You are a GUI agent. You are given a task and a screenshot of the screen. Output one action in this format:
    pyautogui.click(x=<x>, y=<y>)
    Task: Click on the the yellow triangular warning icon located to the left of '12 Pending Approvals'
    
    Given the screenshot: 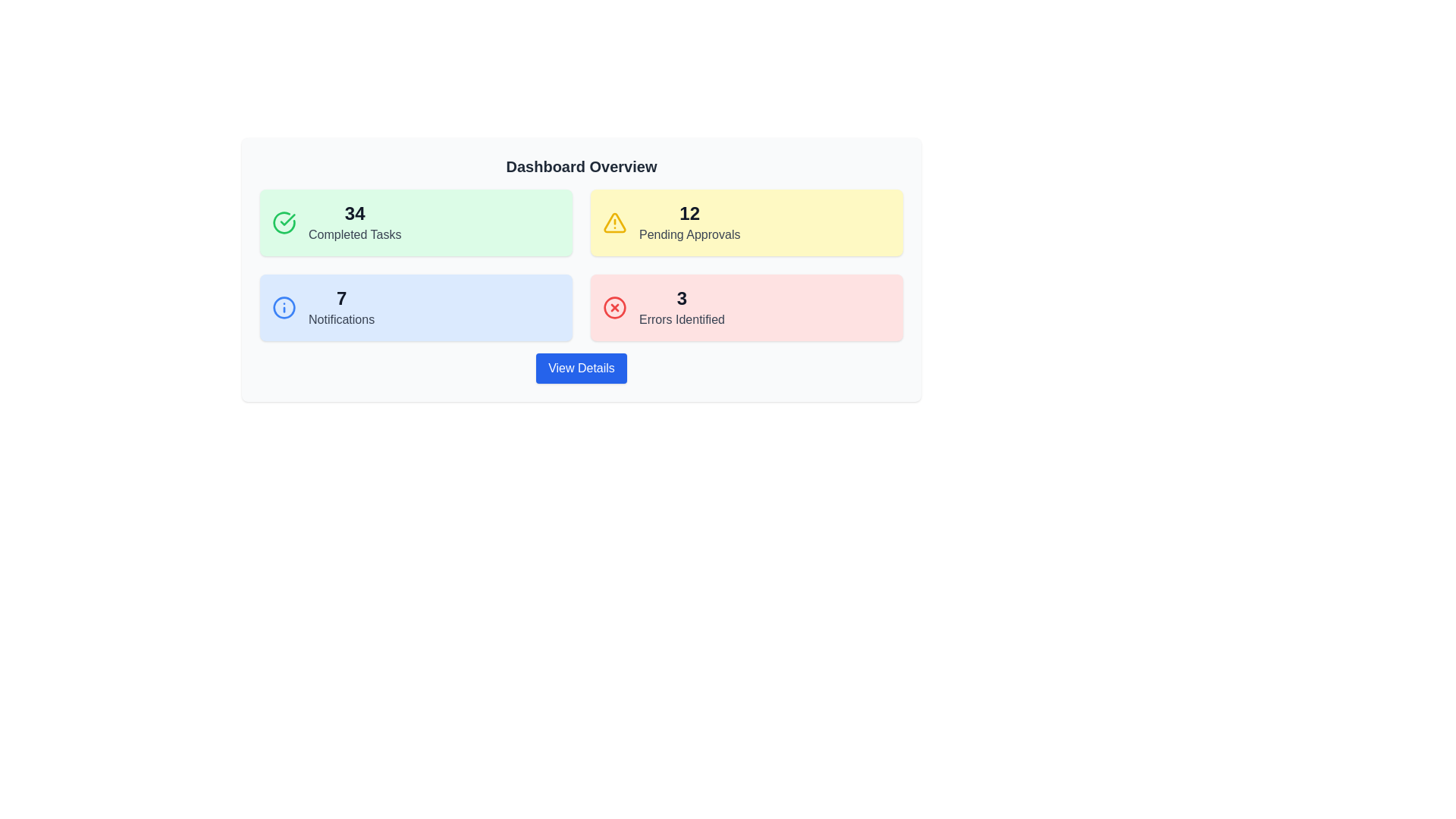 What is the action you would take?
    pyautogui.click(x=615, y=222)
    